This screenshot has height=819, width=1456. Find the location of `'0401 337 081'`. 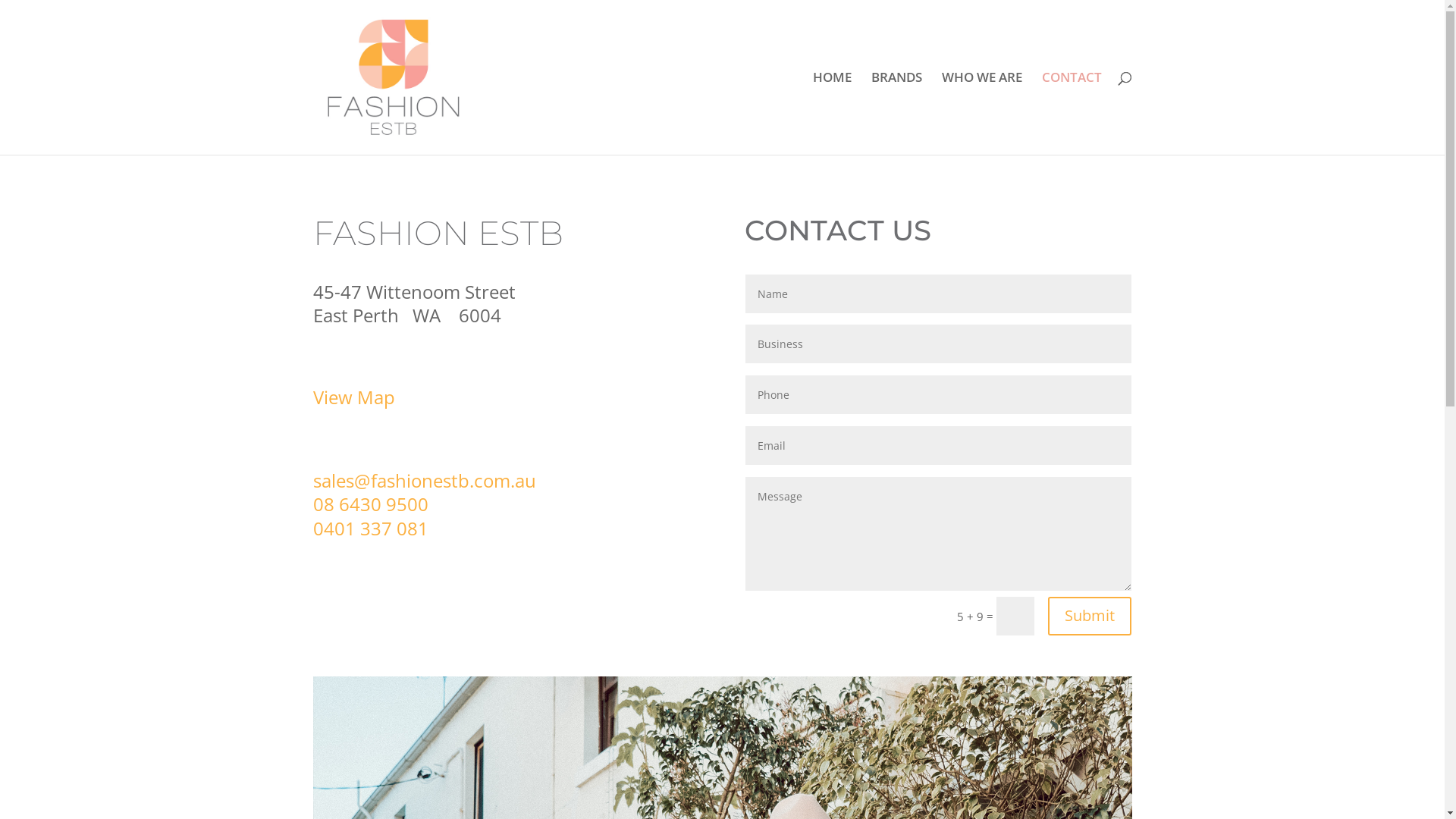

'0401 337 081' is located at coordinates (370, 527).